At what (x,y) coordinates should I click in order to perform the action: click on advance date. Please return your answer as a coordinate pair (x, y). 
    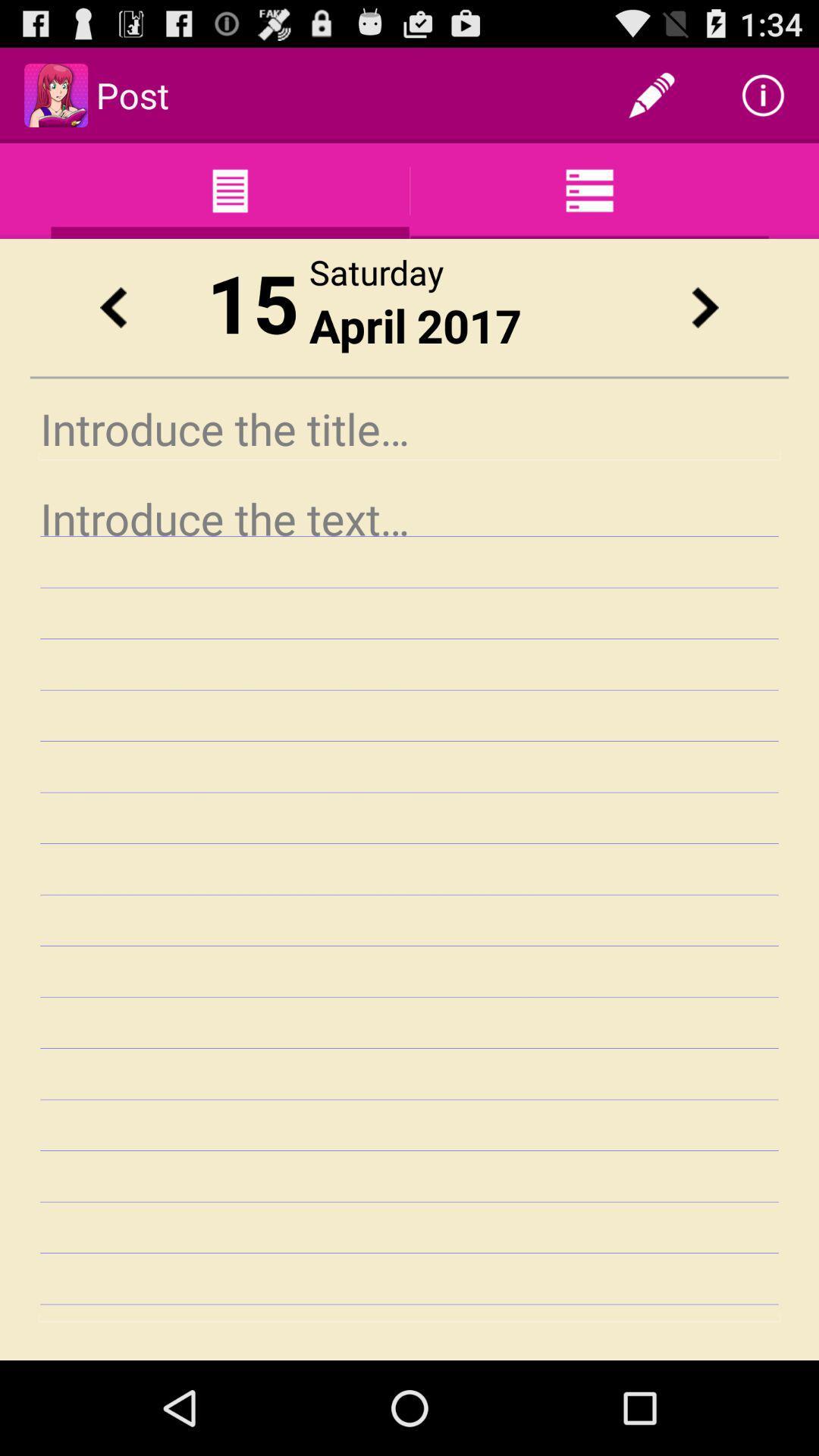
    Looking at the image, I should click on (704, 306).